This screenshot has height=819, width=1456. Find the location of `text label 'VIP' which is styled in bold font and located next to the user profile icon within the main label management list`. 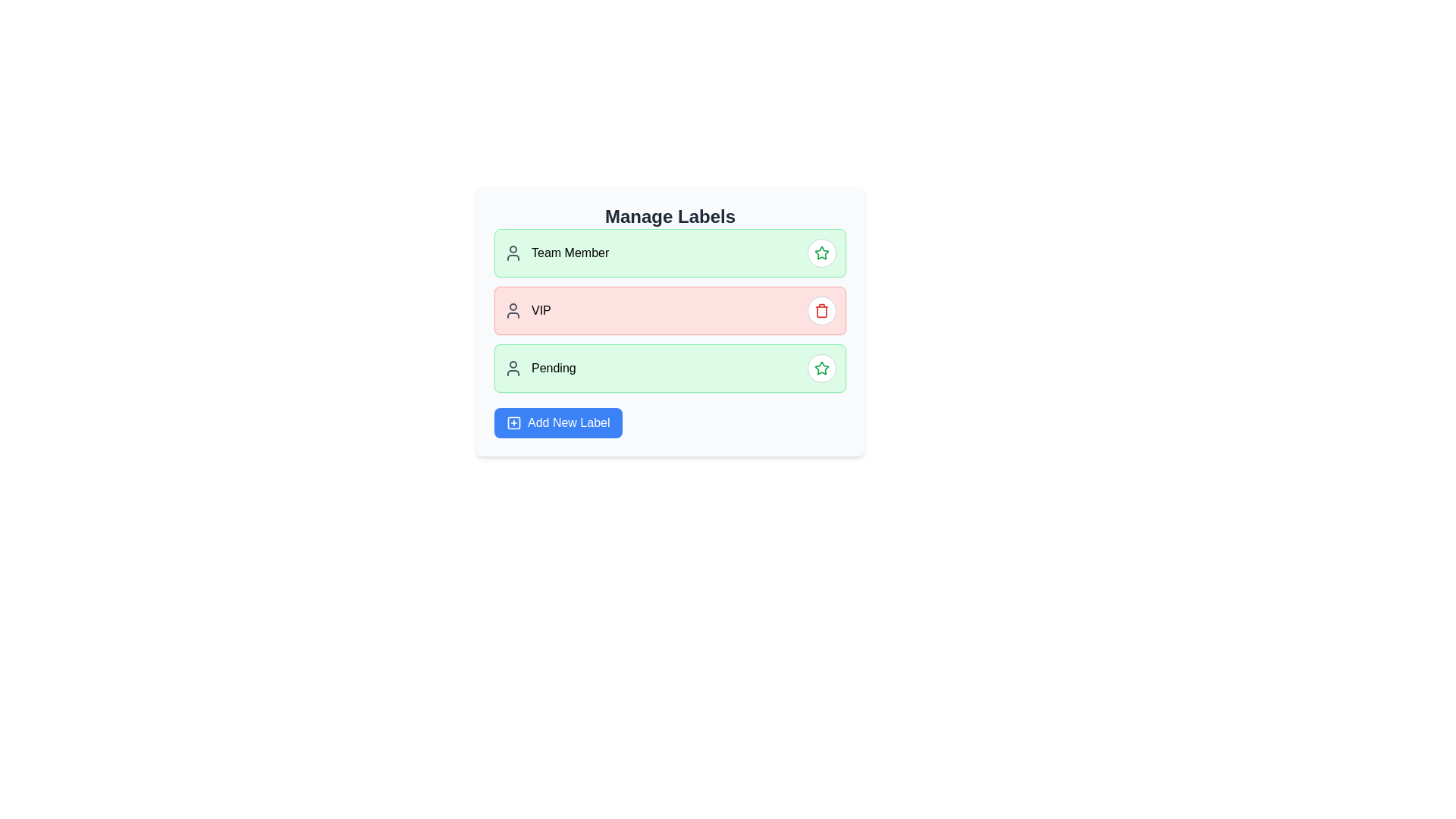

text label 'VIP' which is styled in bold font and located next to the user profile icon within the main label management list is located at coordinates (527, 309).